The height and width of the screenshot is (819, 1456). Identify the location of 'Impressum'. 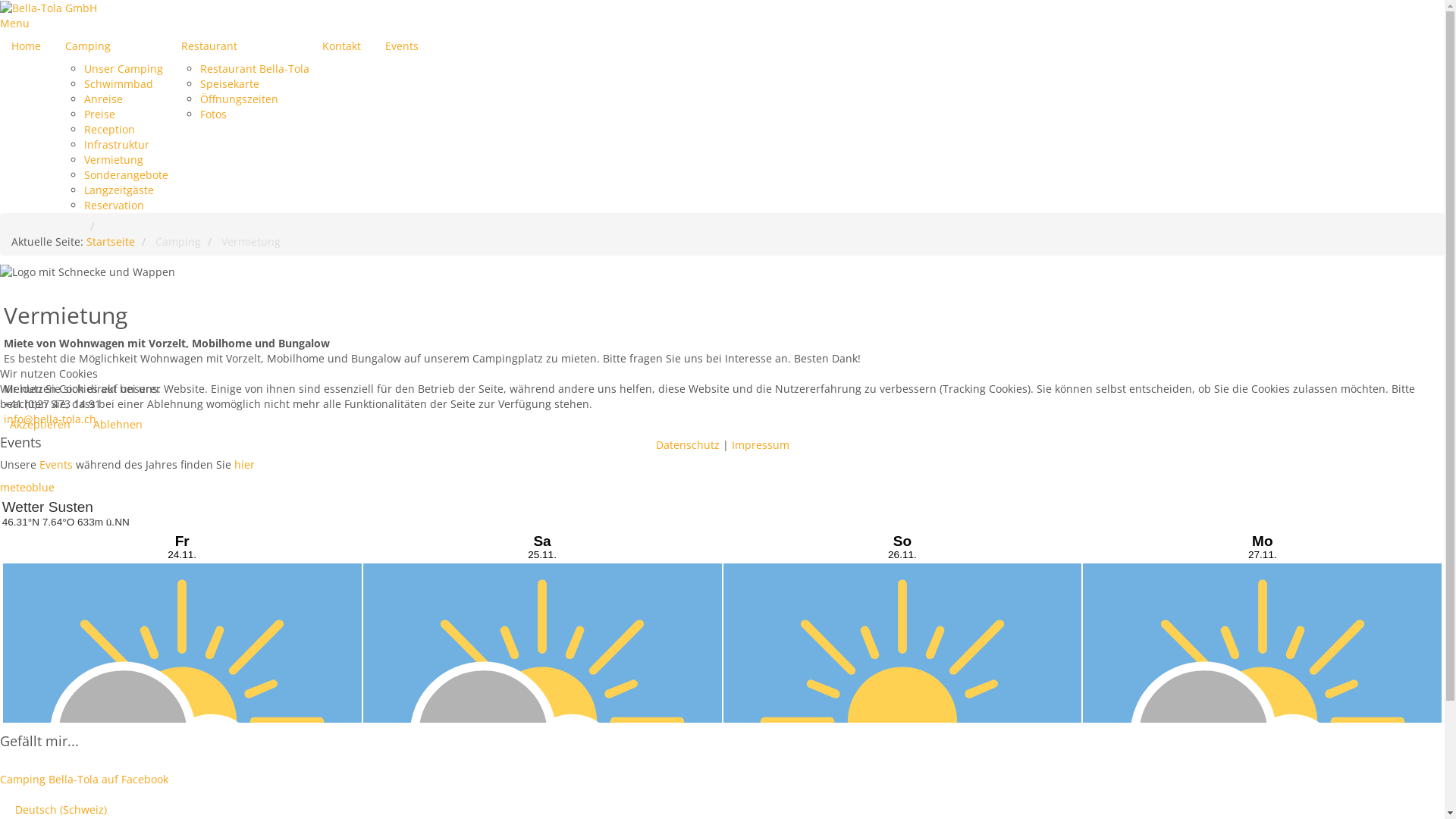
(760, 444).